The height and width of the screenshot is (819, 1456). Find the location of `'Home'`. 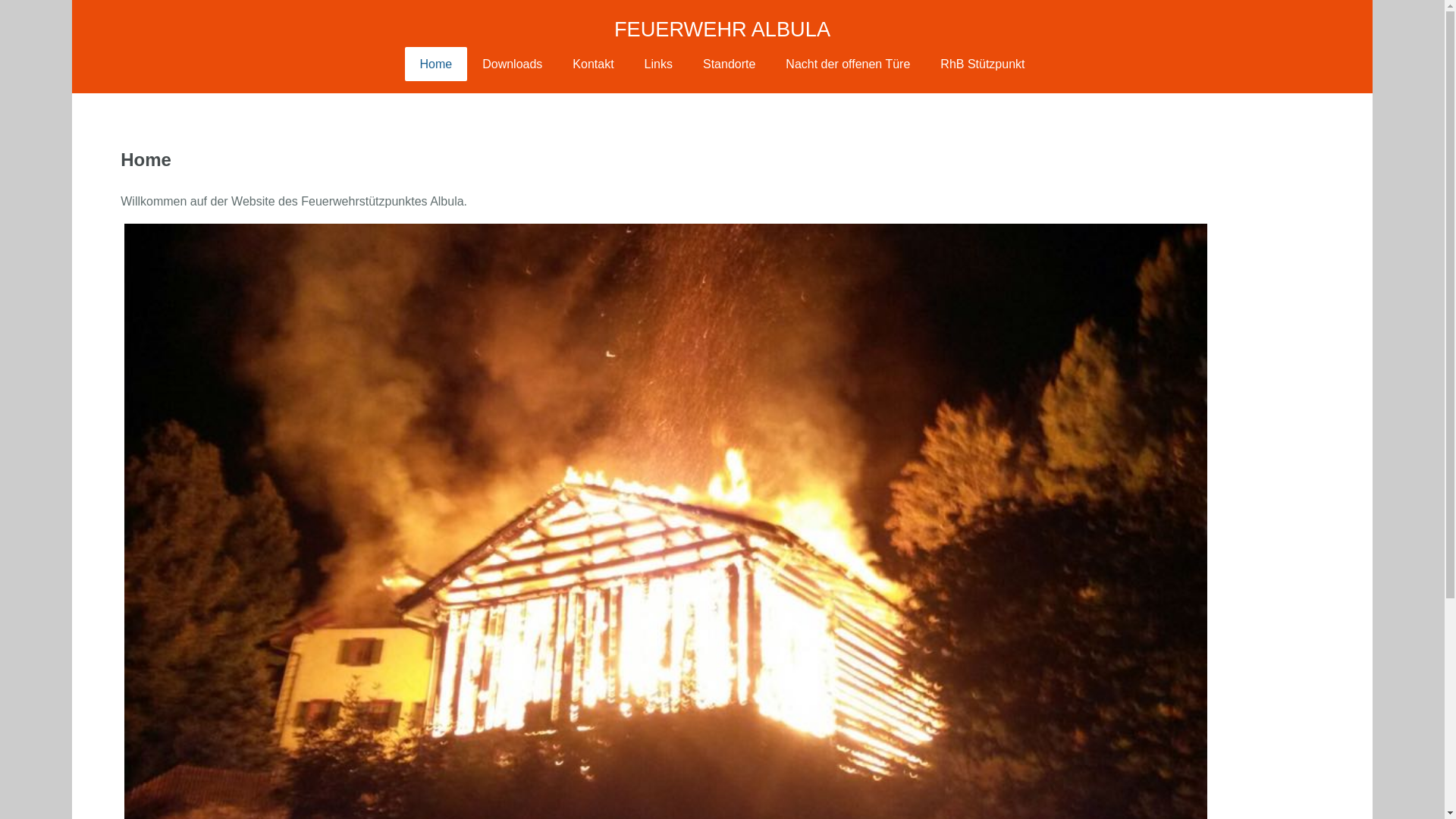

'Home' is located at coordinates (435, 63).